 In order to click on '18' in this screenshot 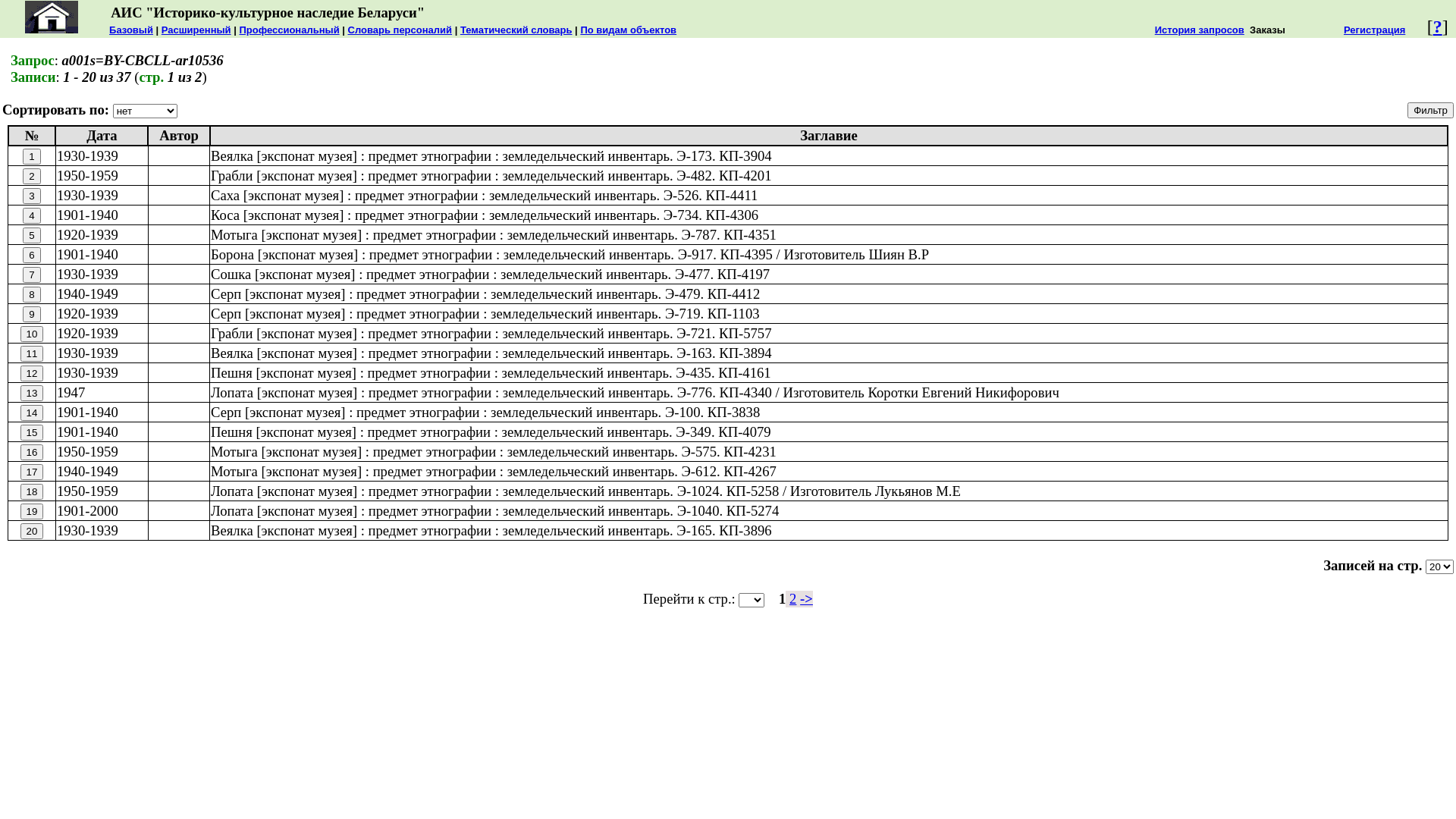, I will do `click(32, 491)`.